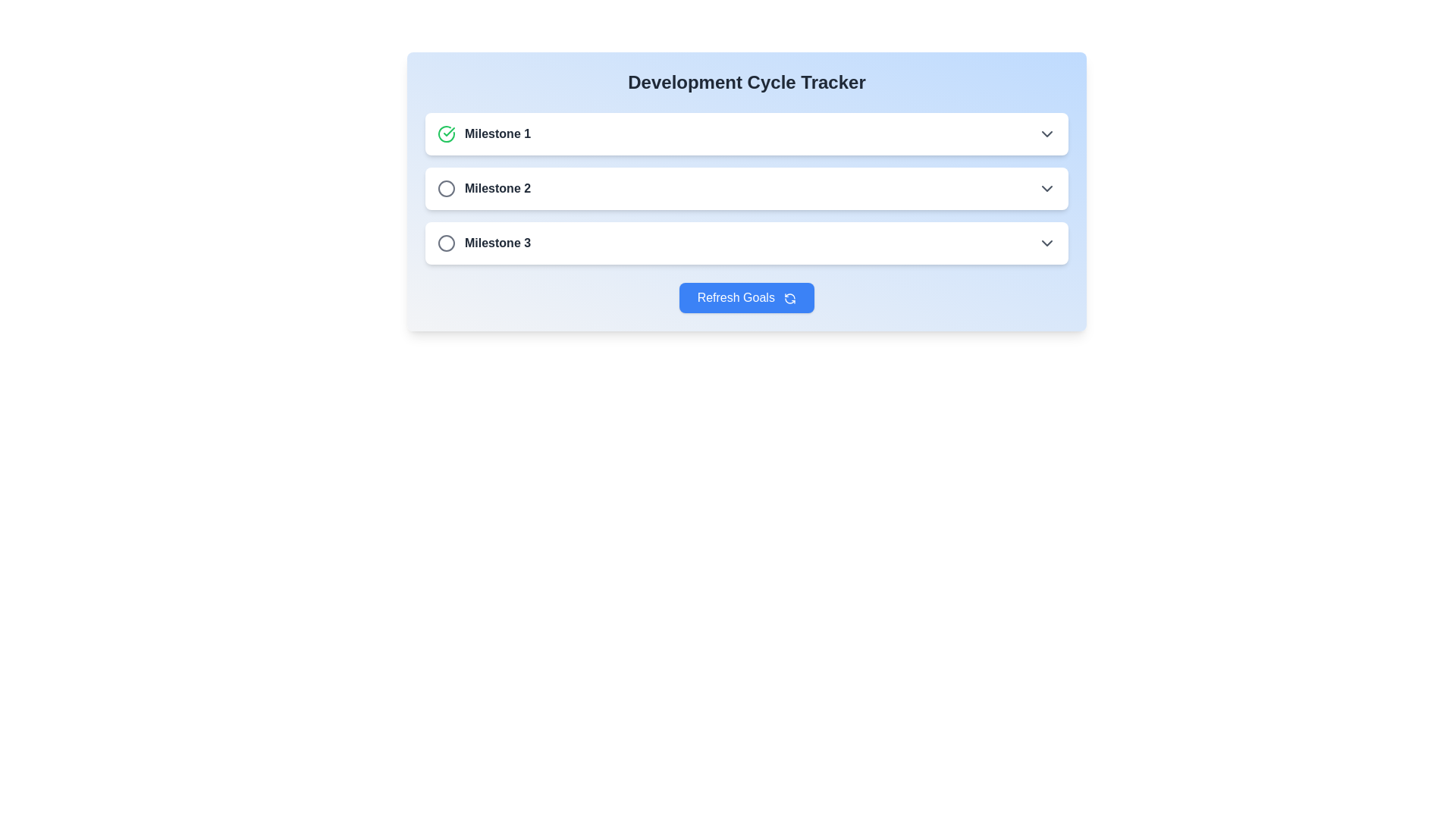 This screenshot has height=819, width=1456. Describe the element at coordinates (446, 188) in the screenshot. I see `the circular icon with a gray border located at the left end of the 'Milestone 2' row in the vertical list` at that location.